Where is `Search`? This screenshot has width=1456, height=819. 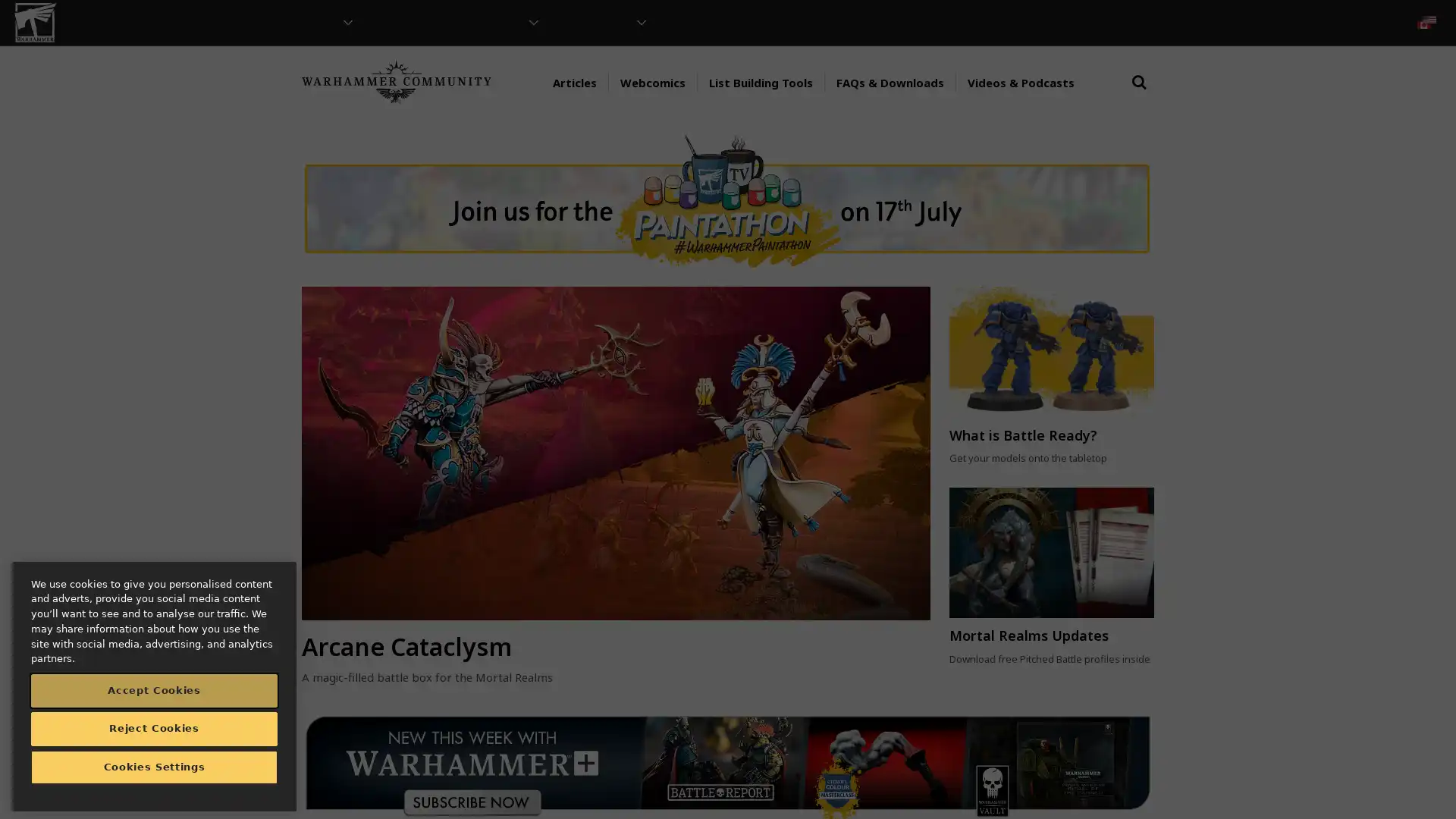
Search is located at coordinates (1139, 96).